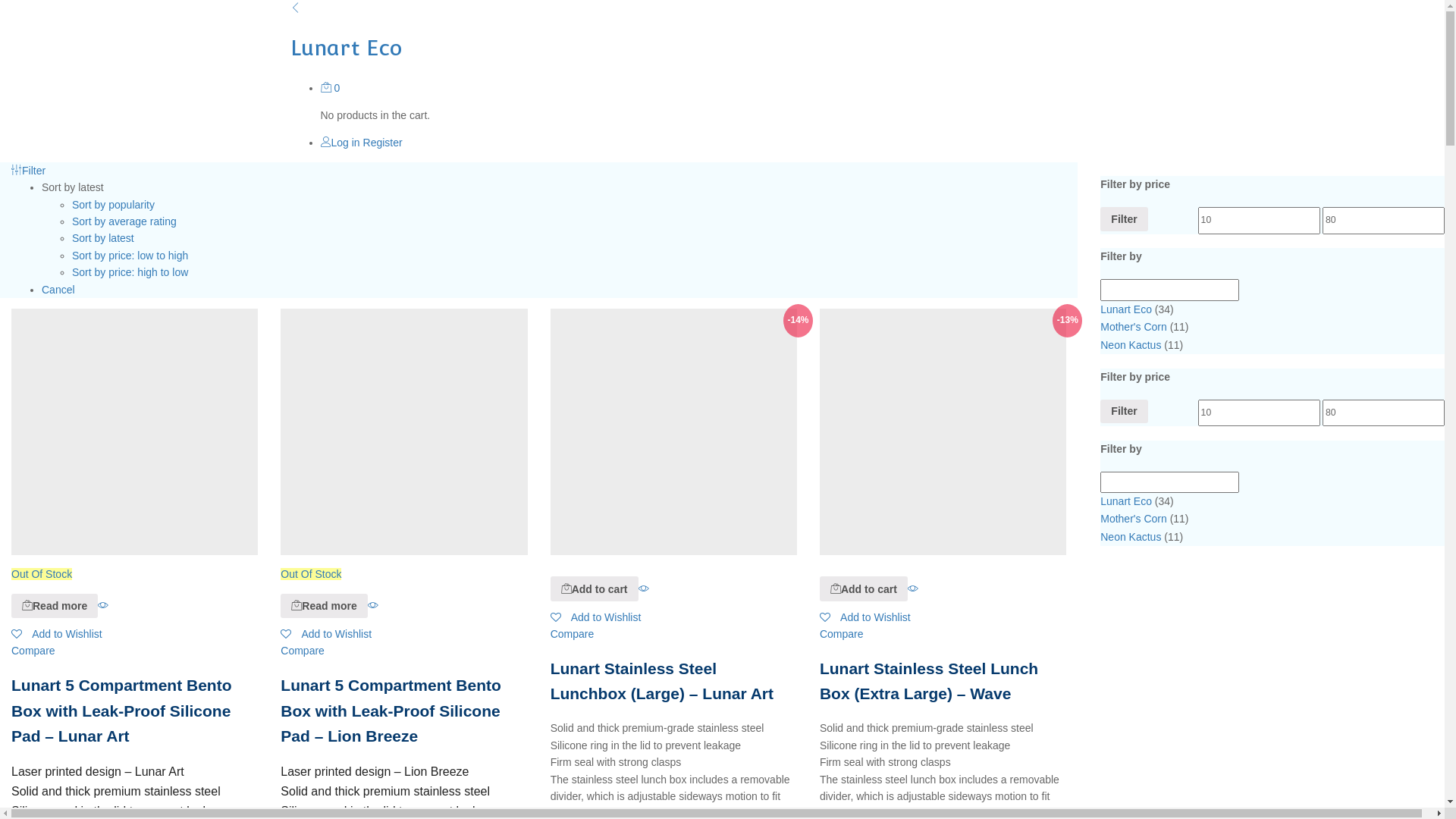  I want to click on 'Sort by average rating', so click(124, 221).